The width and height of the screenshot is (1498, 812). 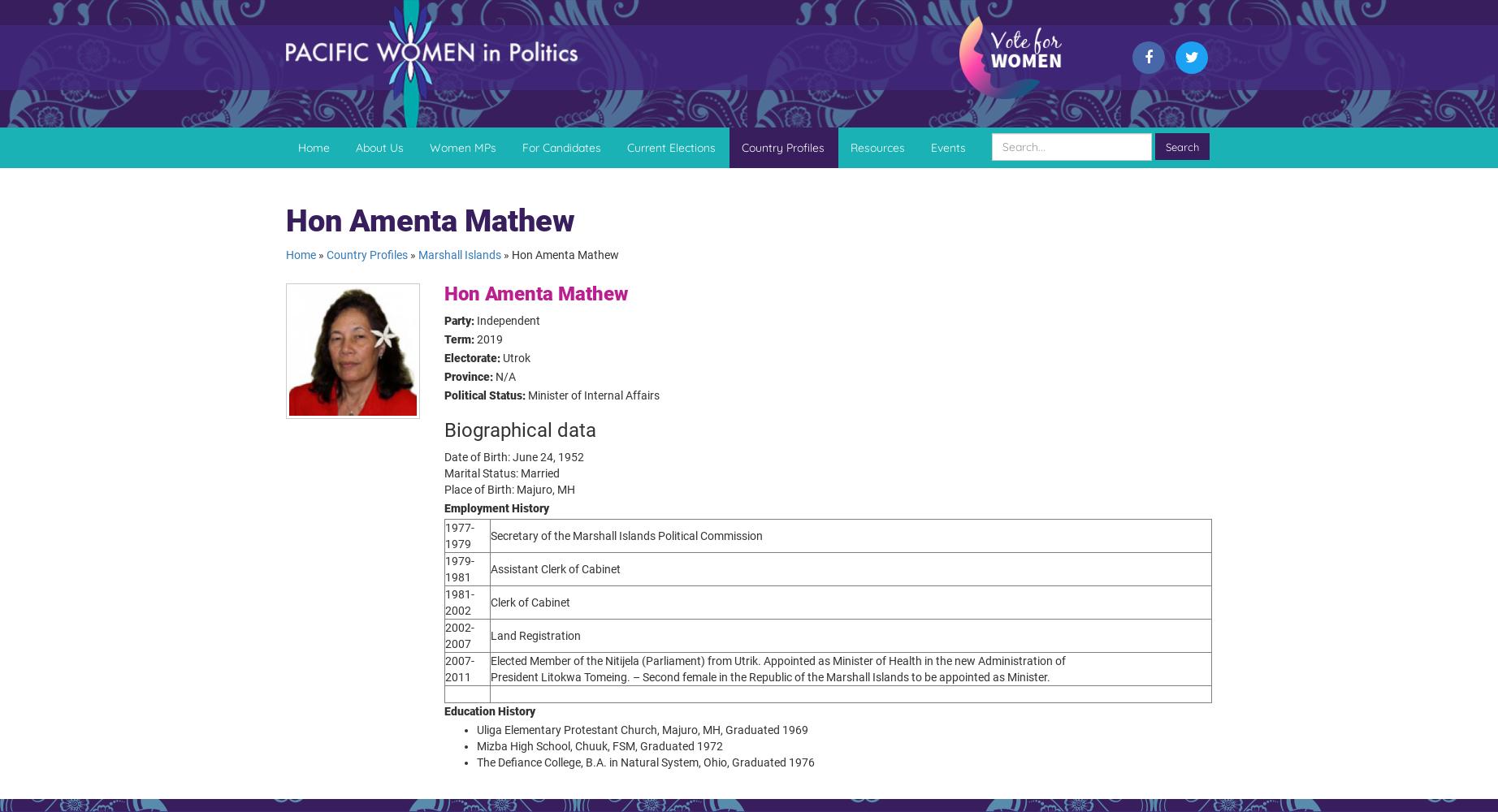 I want to click on 'Events', so click(x=931, y=147).